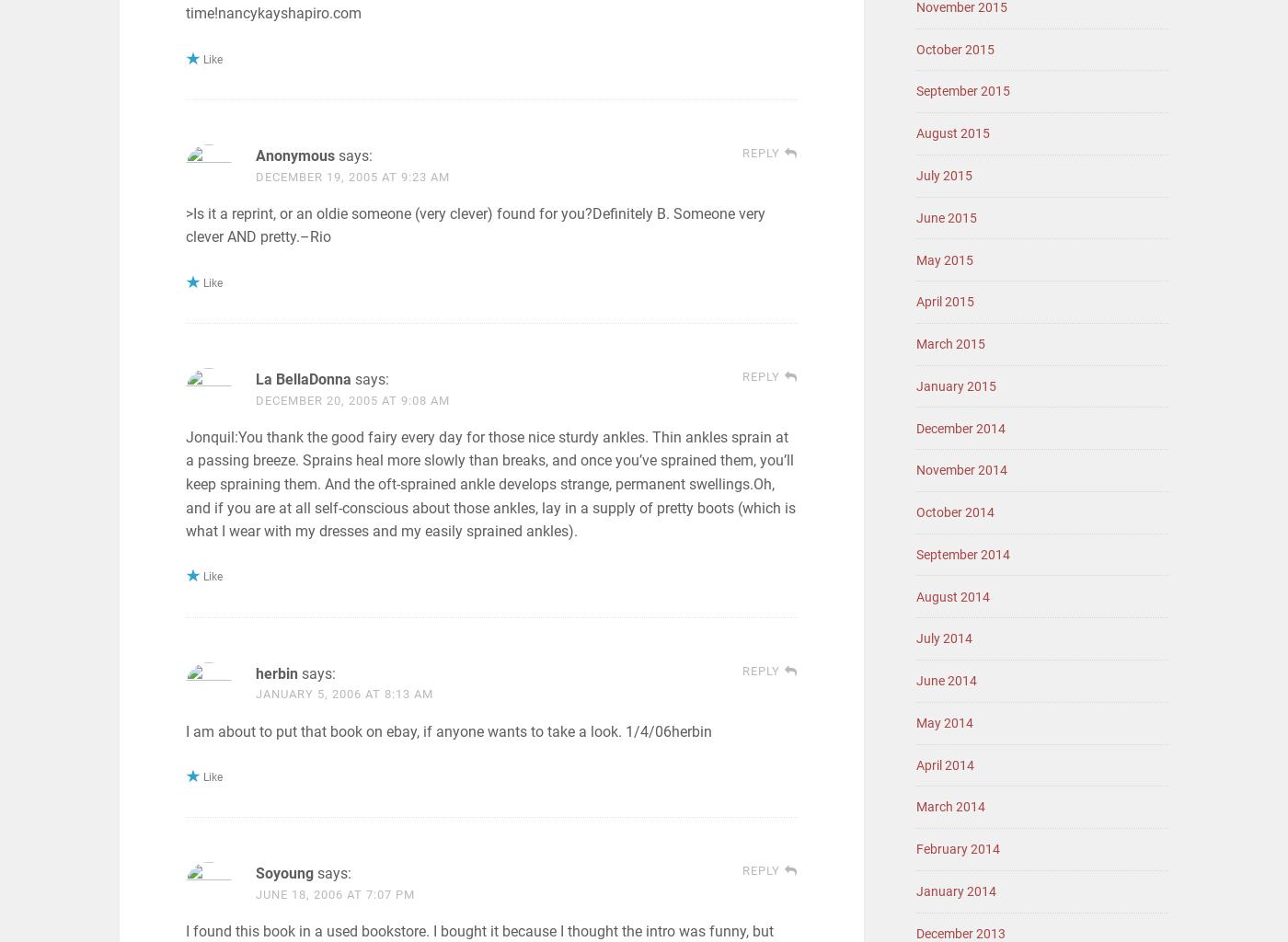 This screenshot has width=1288, height=942. I want to click on 'March 2014', so click(950, 806).